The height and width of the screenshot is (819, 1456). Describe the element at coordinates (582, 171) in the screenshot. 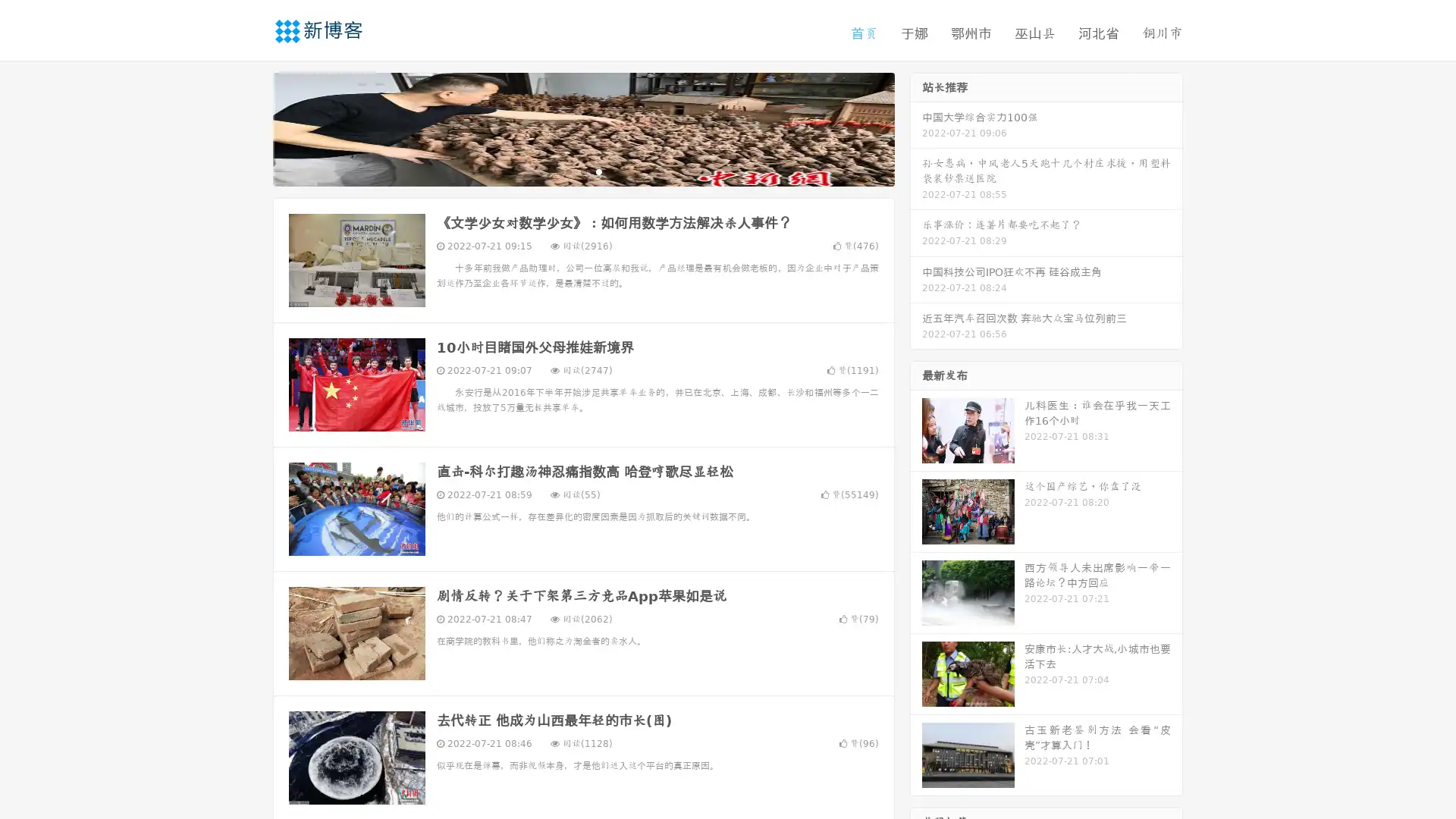

I see `Go to slide 2` at that location.